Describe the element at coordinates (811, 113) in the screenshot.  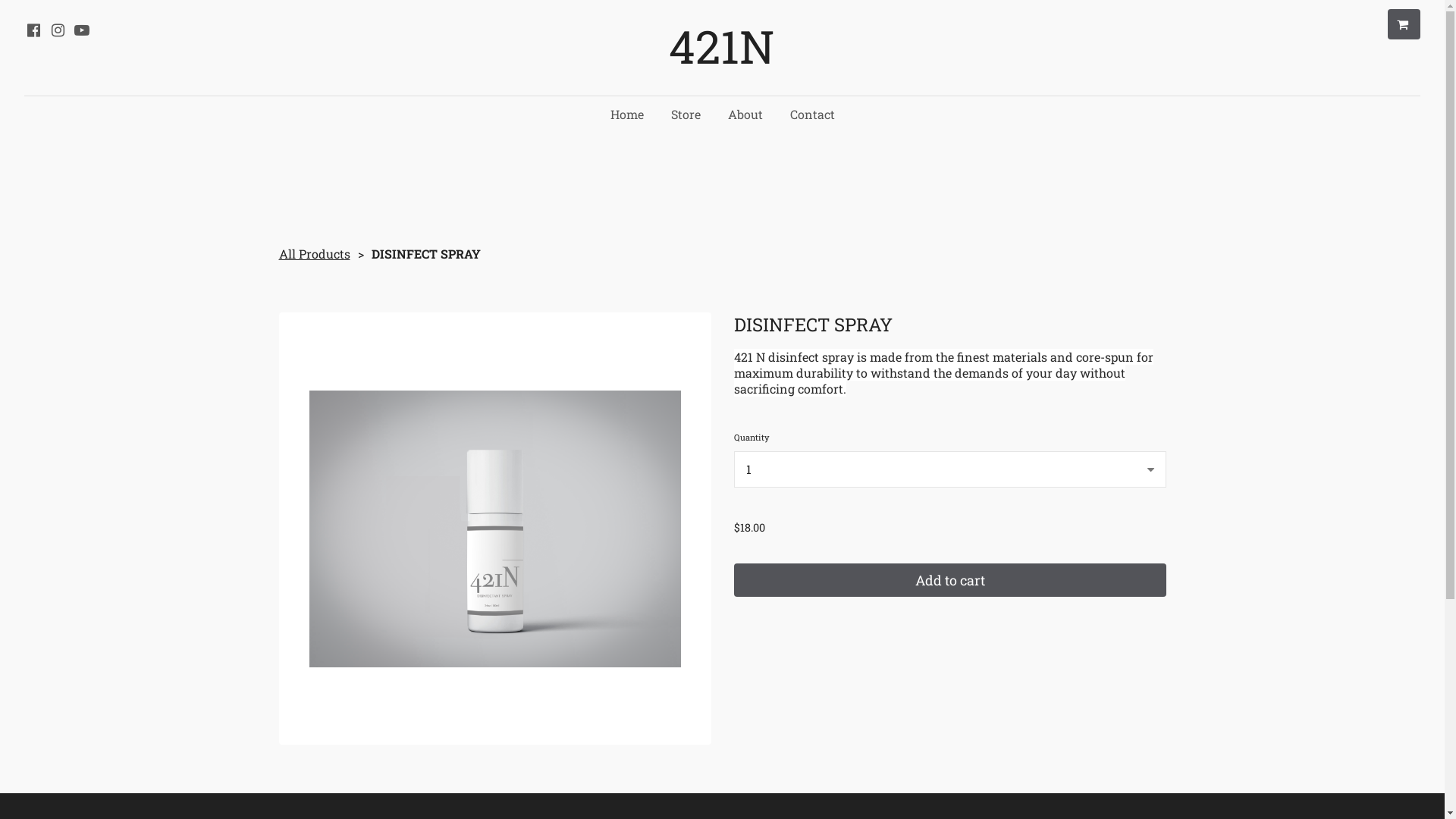
I see `'Contact'` at that location.